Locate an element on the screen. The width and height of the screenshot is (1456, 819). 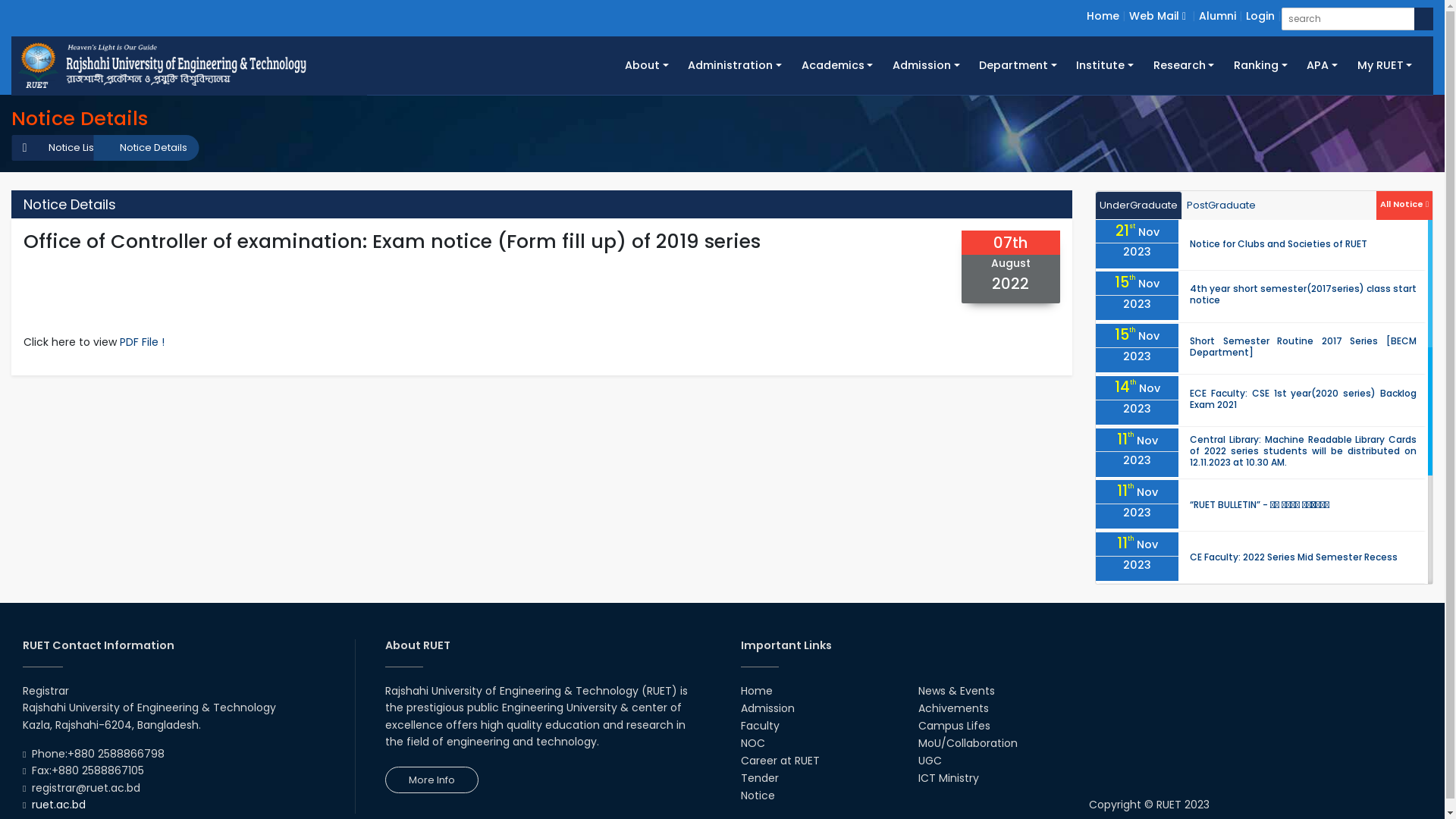
'Tender' is located at coordinates (739, 778).